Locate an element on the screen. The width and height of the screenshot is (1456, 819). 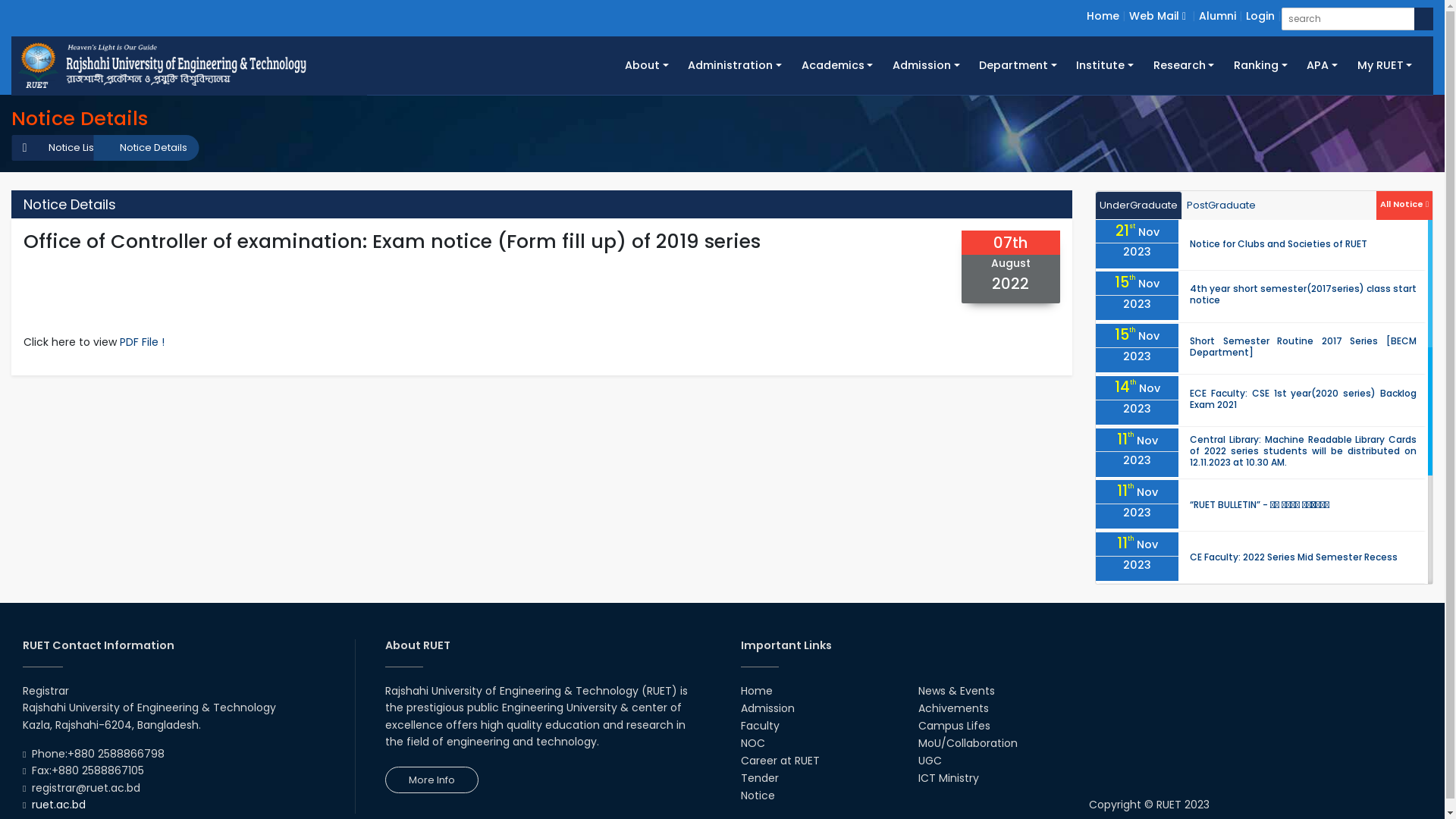
'Tender' is located at coordinates (739, 778).